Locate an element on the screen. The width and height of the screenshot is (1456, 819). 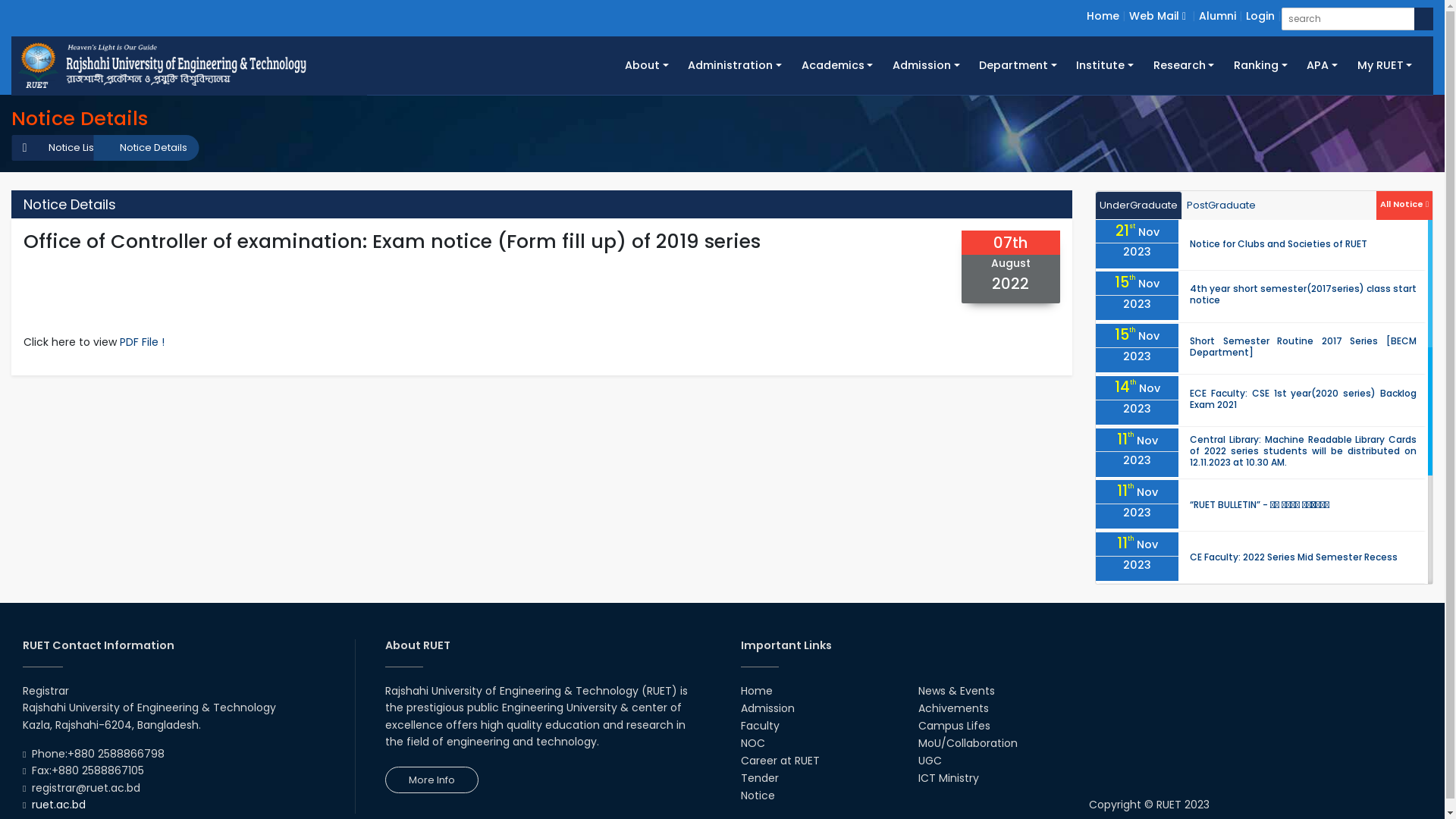
'Tender' is located at coordinates (739, 778).